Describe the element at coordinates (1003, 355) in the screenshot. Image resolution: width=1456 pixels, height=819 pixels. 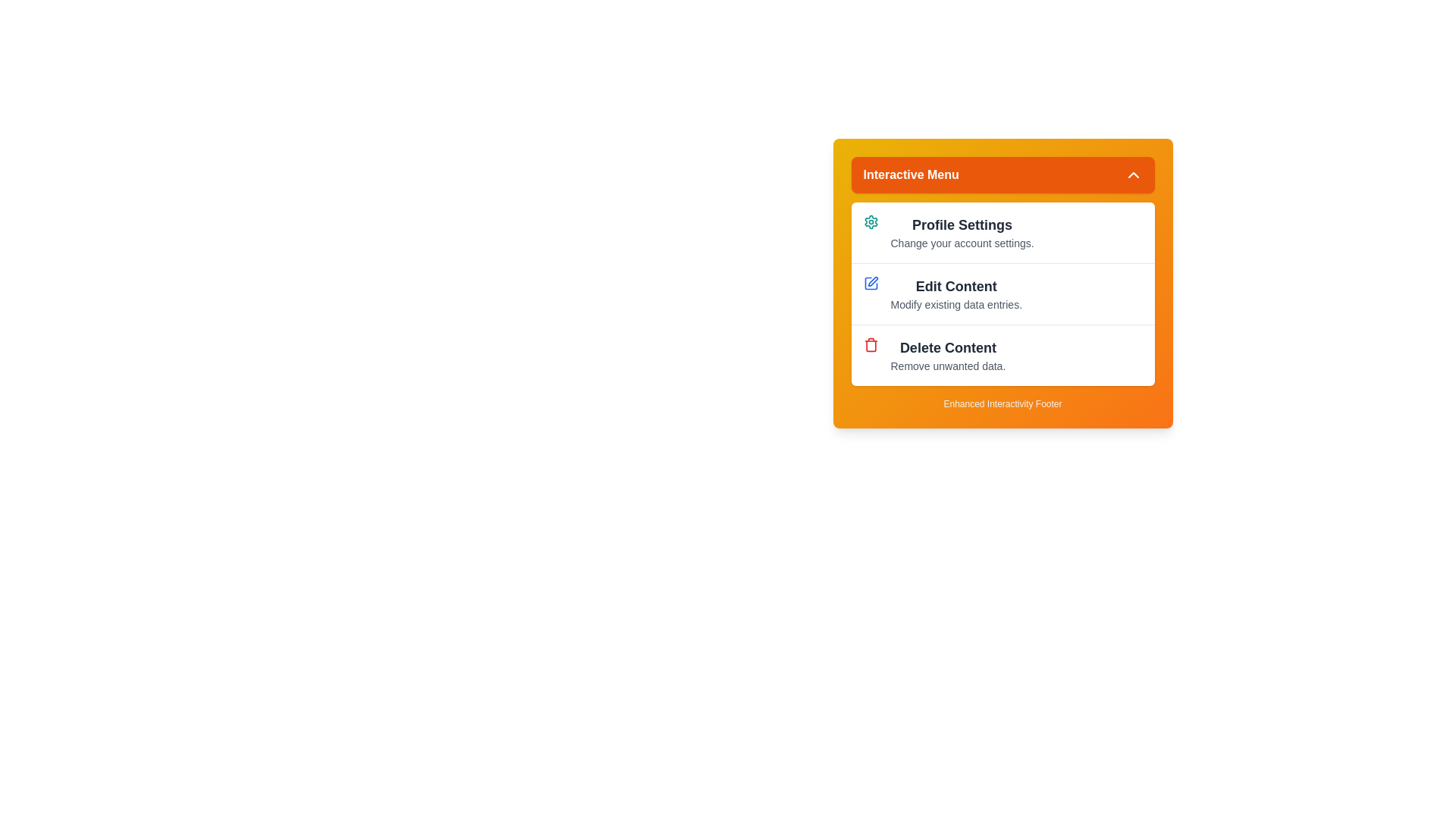
I see `the menu item Delete Content to interact with it` at that location.